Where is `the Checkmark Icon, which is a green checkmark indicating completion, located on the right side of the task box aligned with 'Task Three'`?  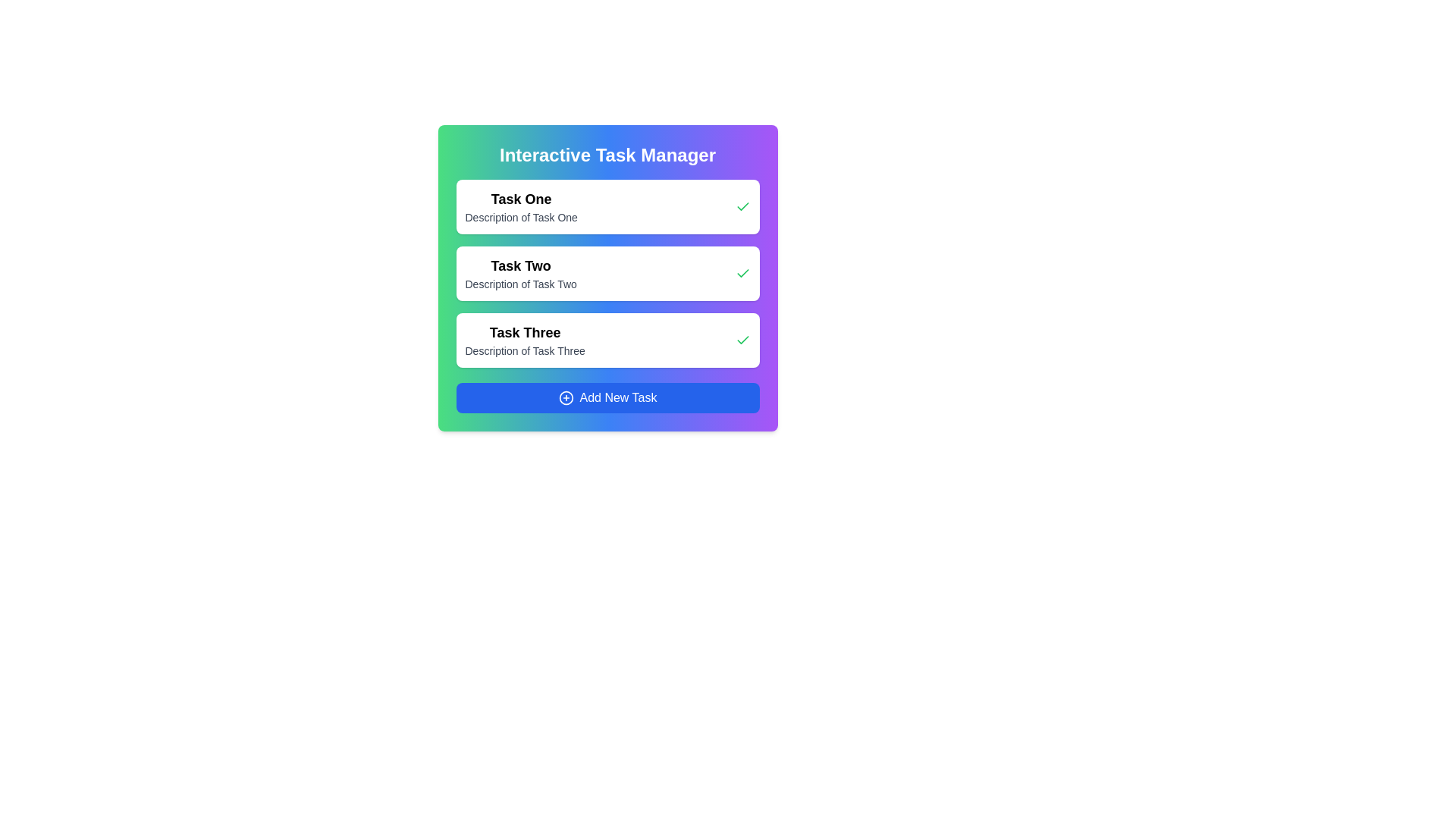 the Checkmark Icon, which is a green checkmark indicating completion, located on the right side of the task box aligned with 'Task Three' is located at coordinates (742, 339).